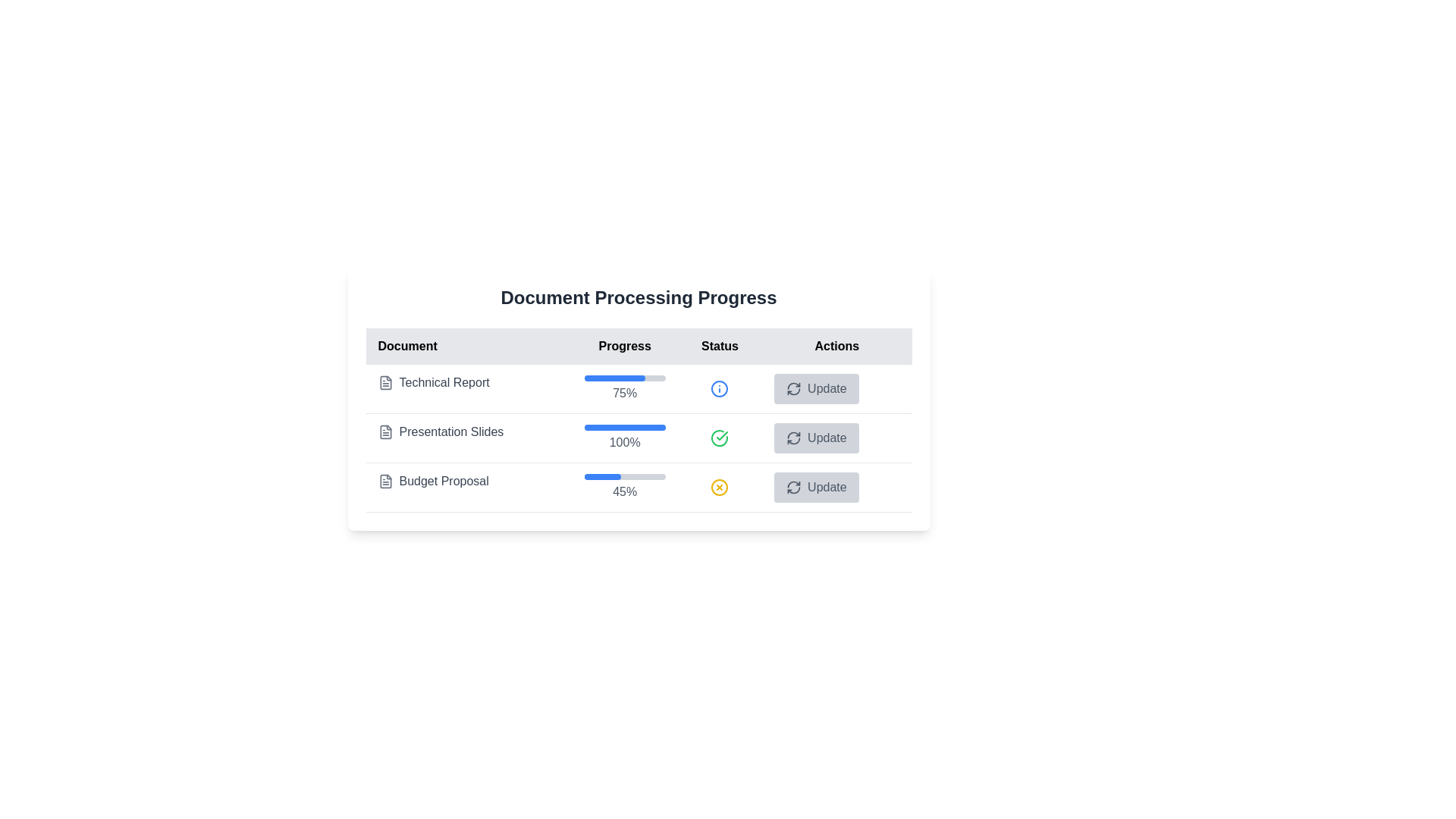 The height and width of the screenshot is (819, 1456). Describe the element at coordinates (385, 482) in the screenshot. I see `the icon representing the 'Budget Proposal' document, which is located directly to the left of the 'Budget Proposal' label in the document list` at that location.